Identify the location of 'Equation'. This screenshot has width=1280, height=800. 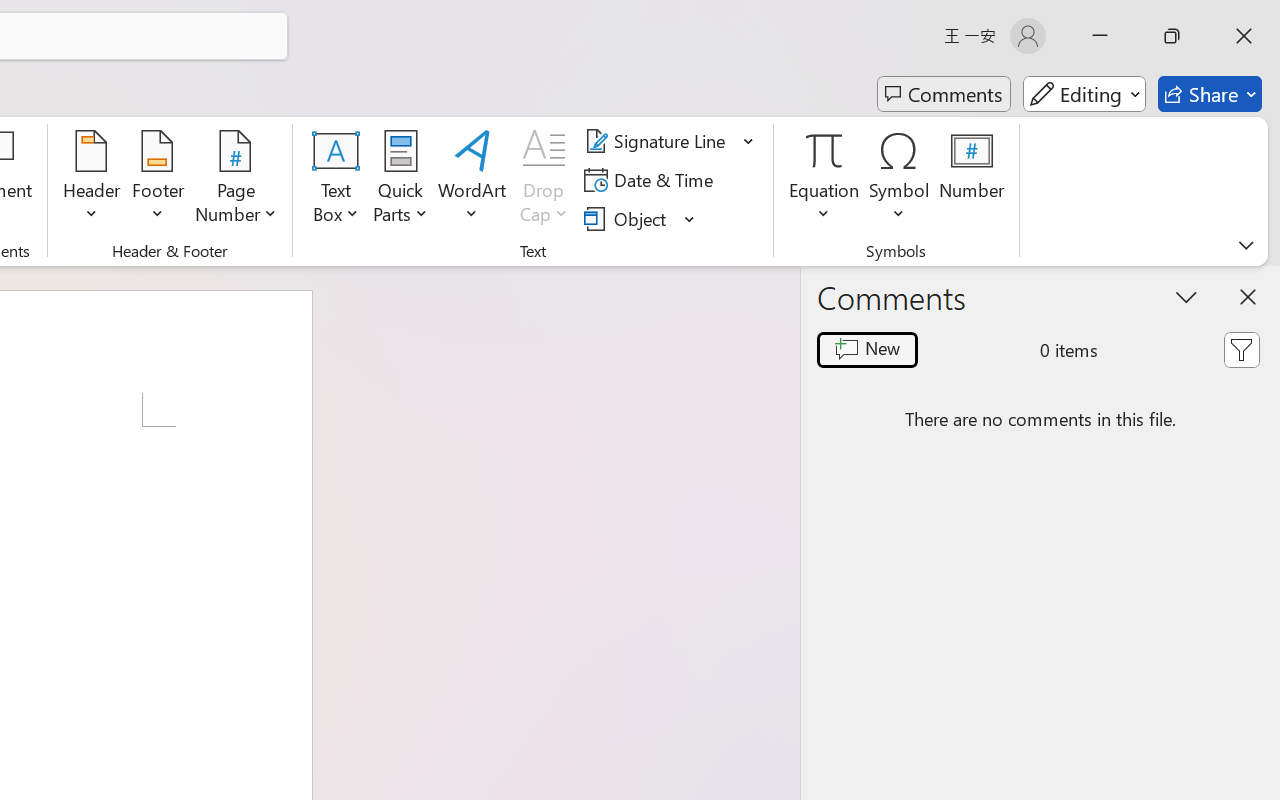
(824, 179).